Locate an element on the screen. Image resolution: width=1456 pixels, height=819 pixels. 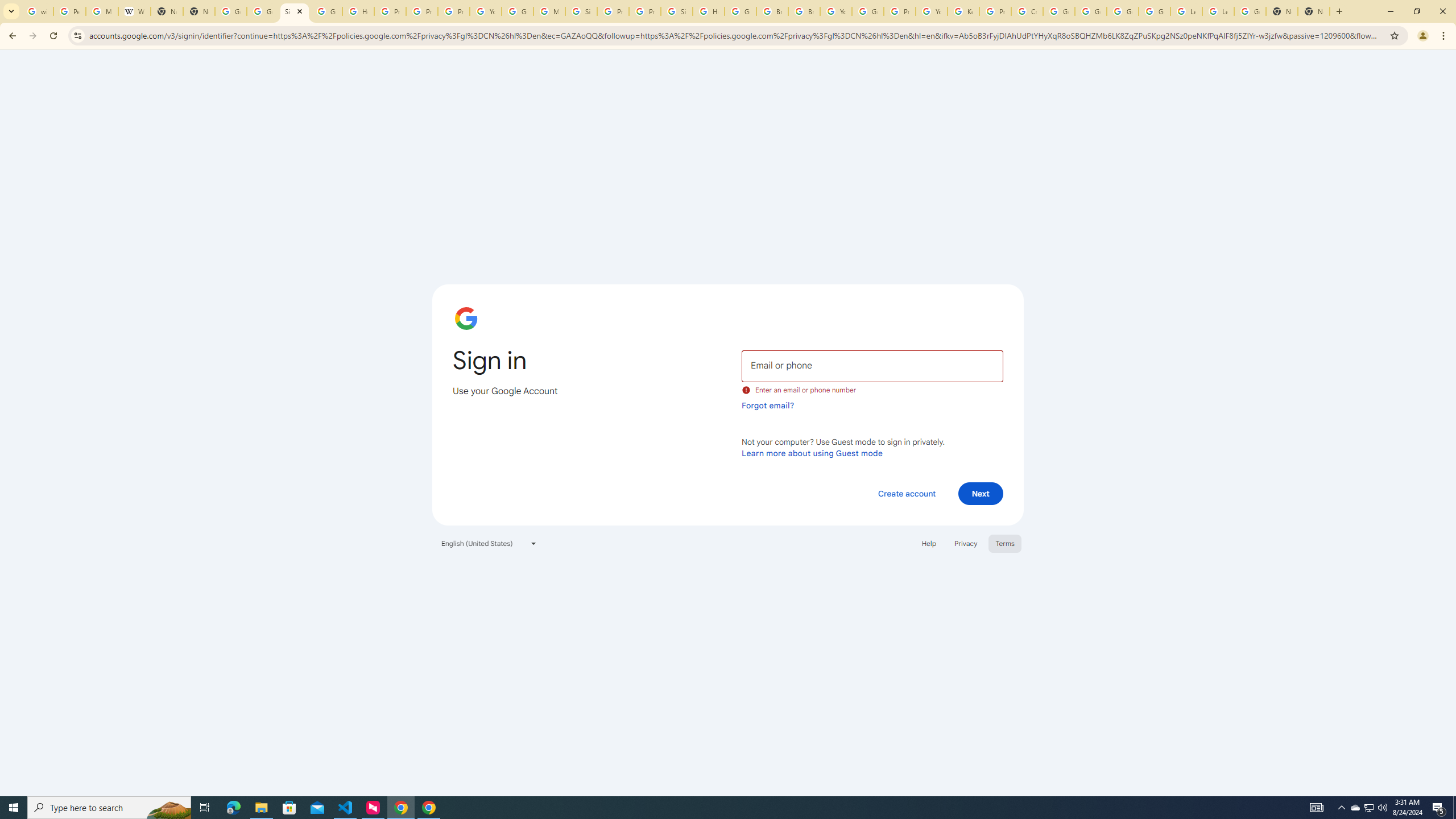
'Terms' is located at coordinates (1004, 543).